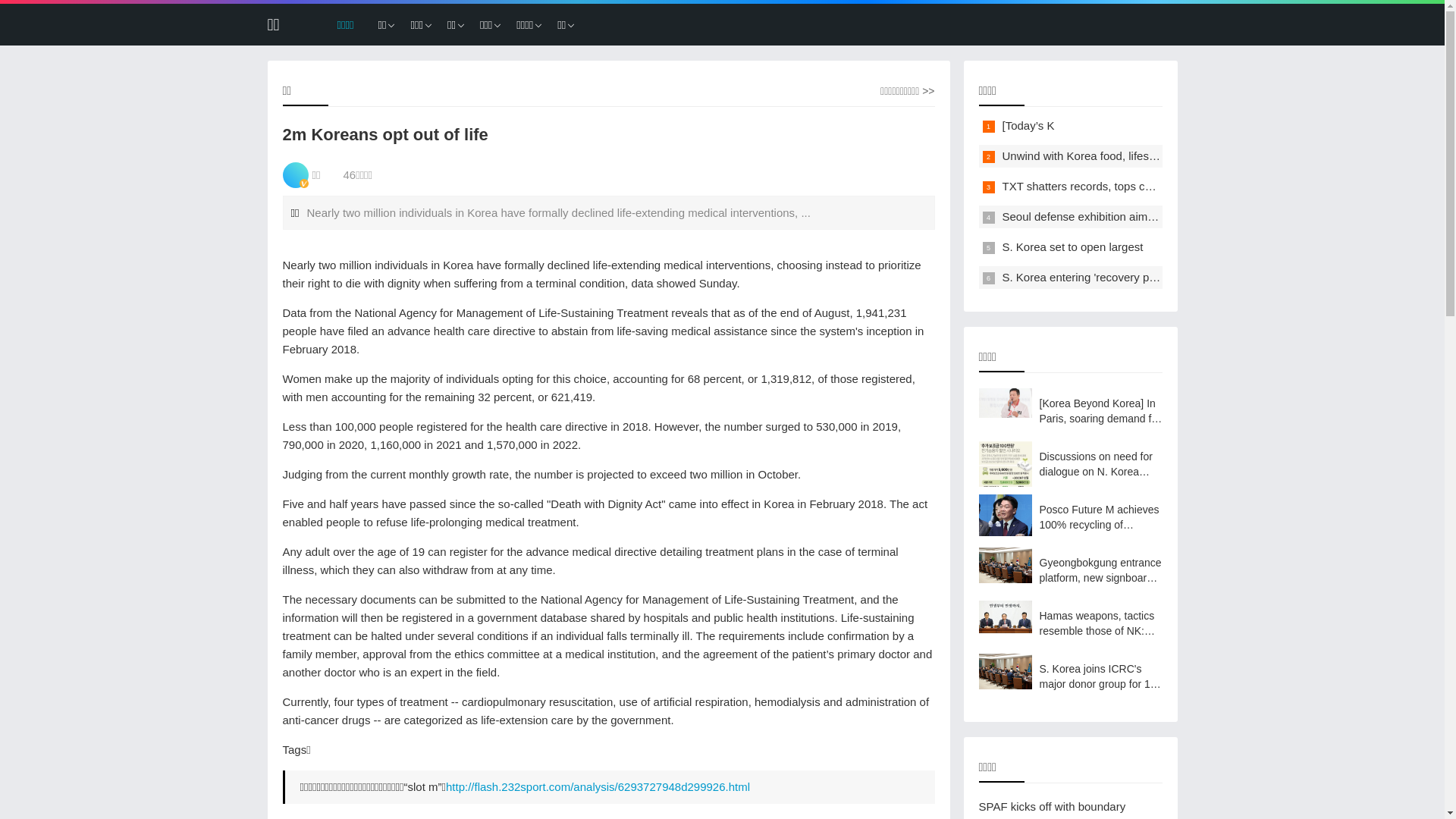 This screenshot has width=1456, height=819. Describe the element at coordinates (597, 786) in the screenshot. I see `'http://flash.232sport.com/analysis/6293727948d299926.html'` at that location.